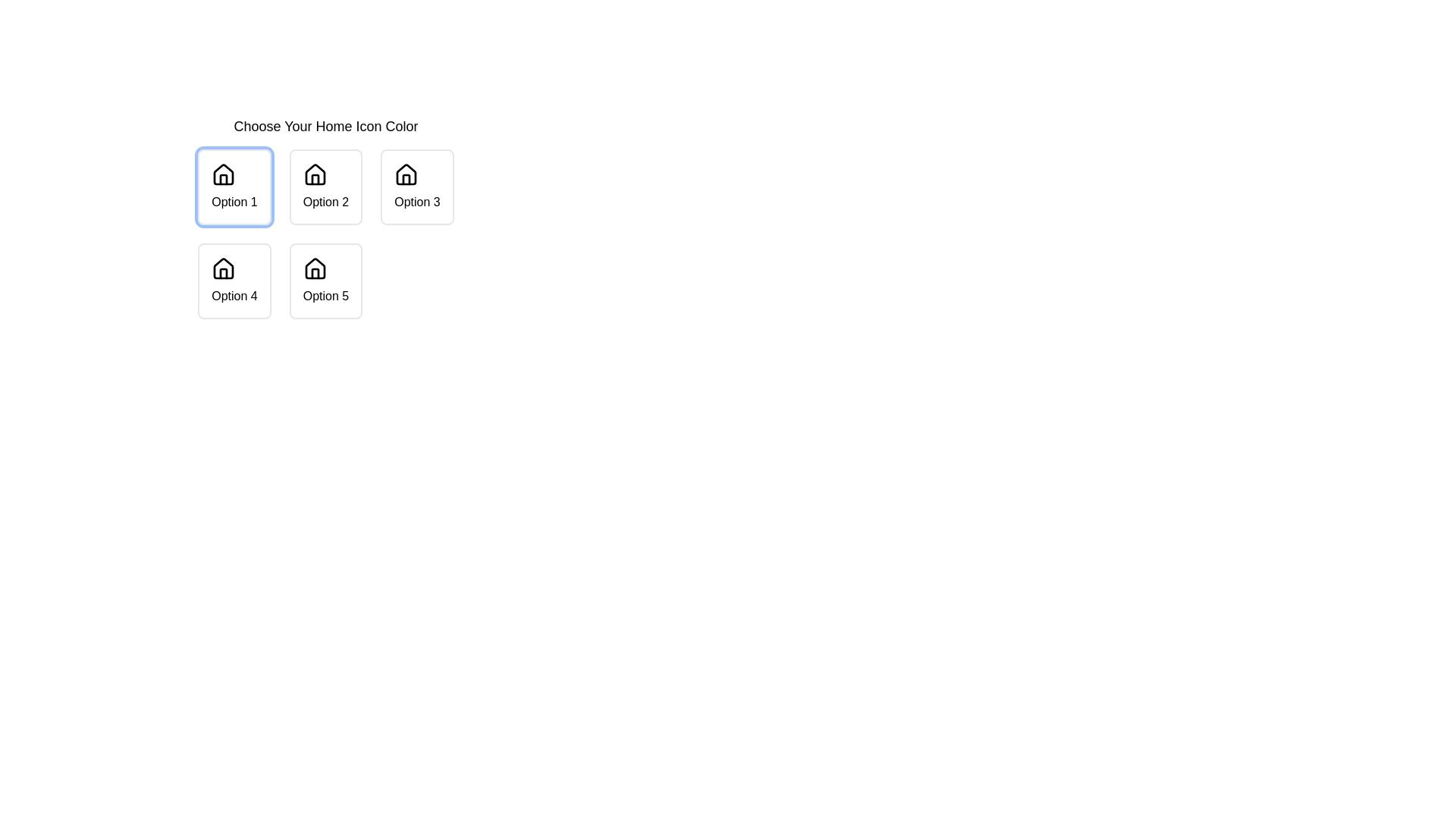 The height and width of the screenshot is (819, 1456). Describe the element at coordinates (223, 268) in the screenshot. I see `the house icon, which is a minimalistic graphical representation with a triangular roof and rectangular base, located in the first row and first column of a 3x2 grid layout` at that location.